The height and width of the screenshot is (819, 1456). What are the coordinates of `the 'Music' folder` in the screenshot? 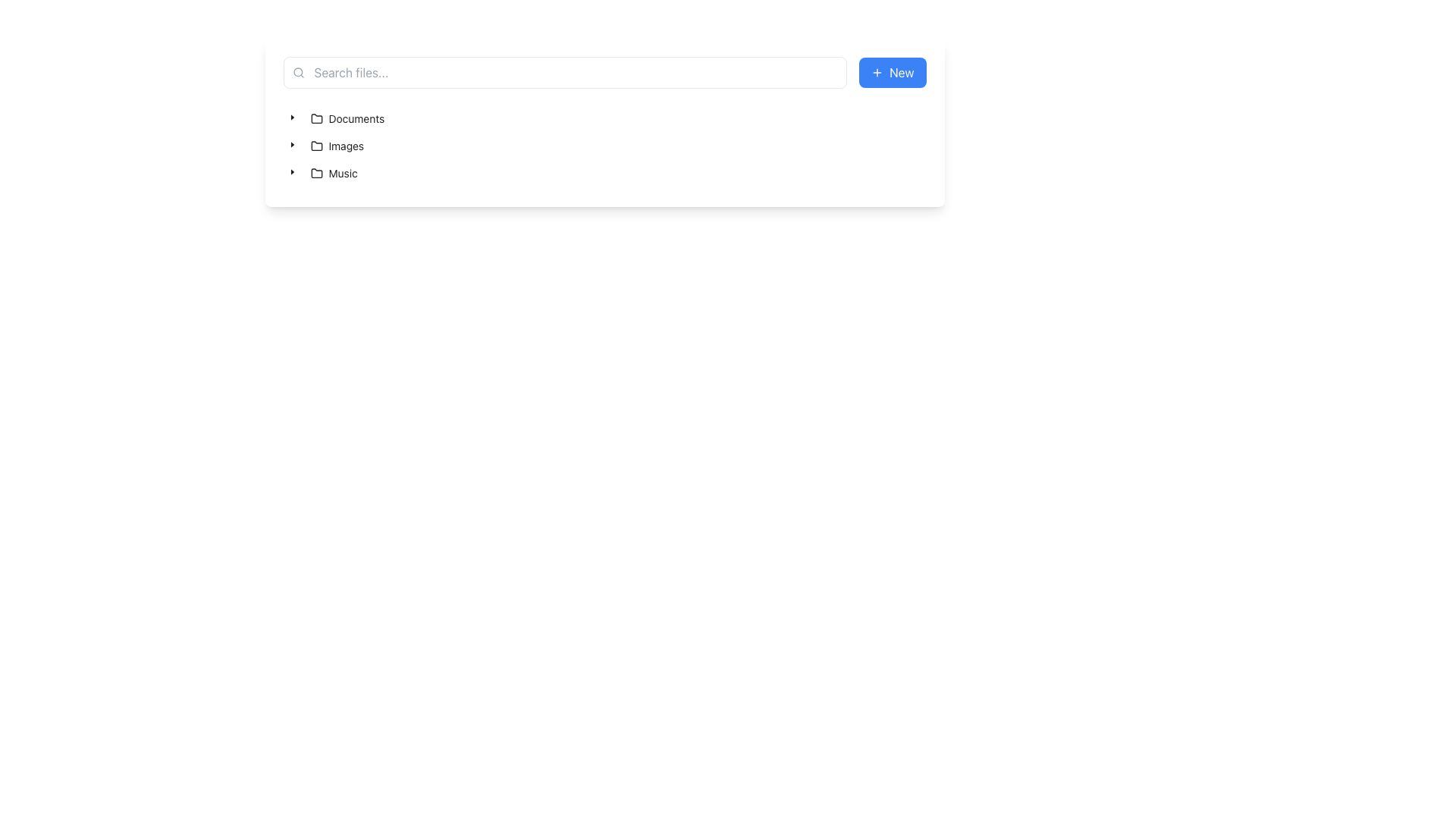 It's located at (322, 172).